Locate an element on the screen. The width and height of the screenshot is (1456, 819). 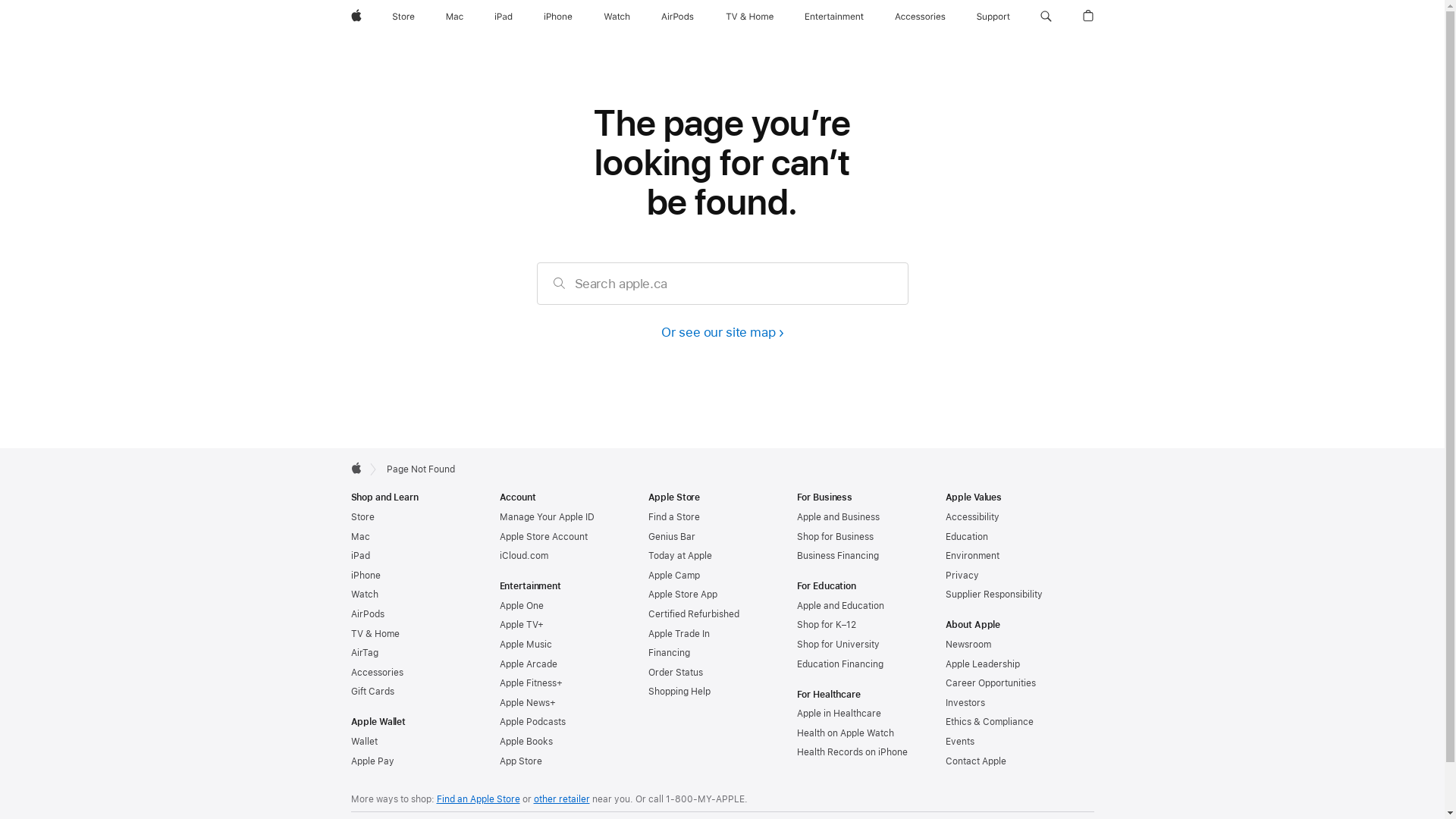
'Apple and Education' is located at coordinates (839, 604).